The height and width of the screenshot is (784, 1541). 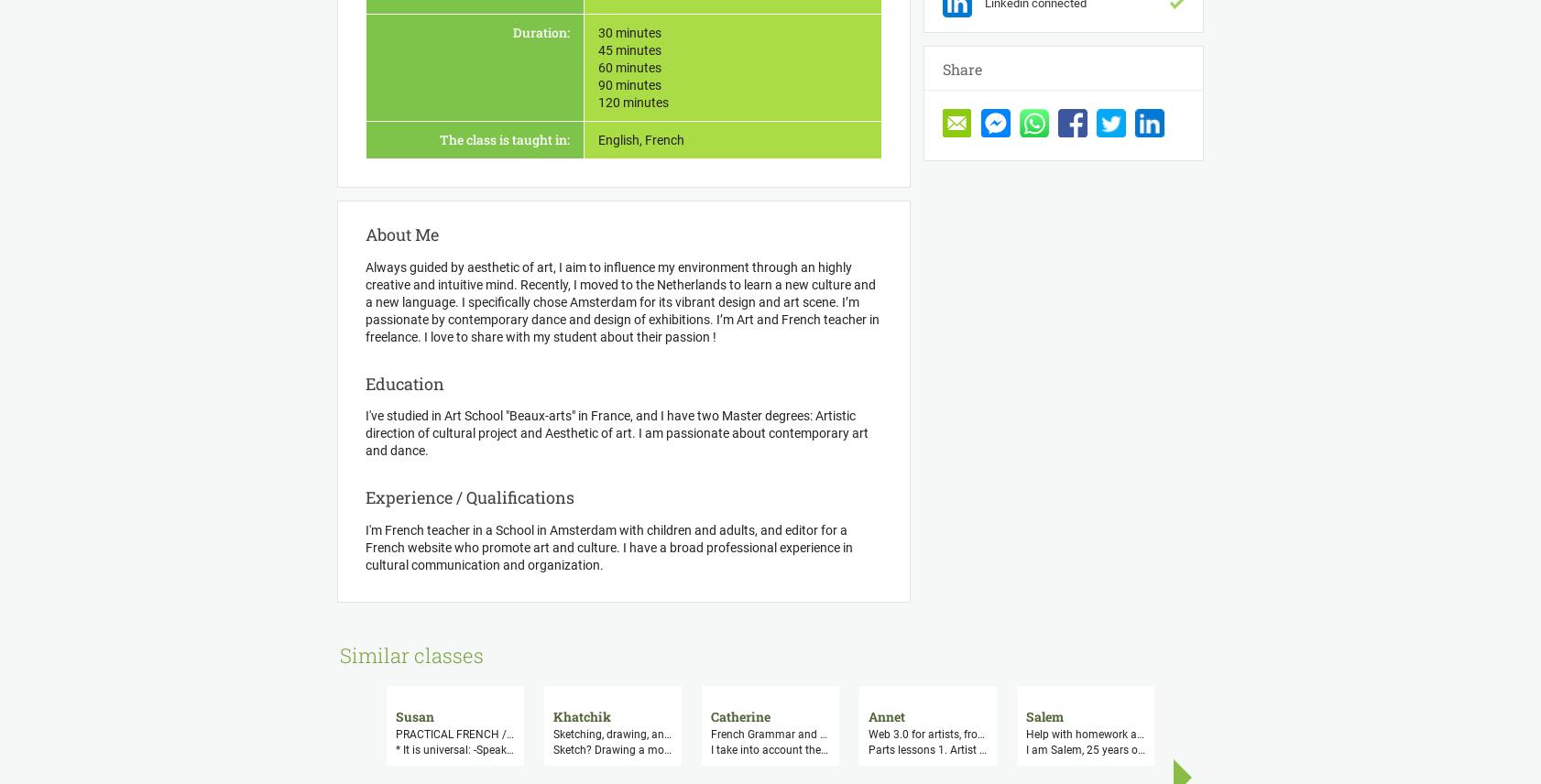 What do you see at coordinates (532, 734) in the screenshot?
I see `'PRACTICAL FRENCH / Nous allons pratiquer le français'` at bounding box center [532, 734].